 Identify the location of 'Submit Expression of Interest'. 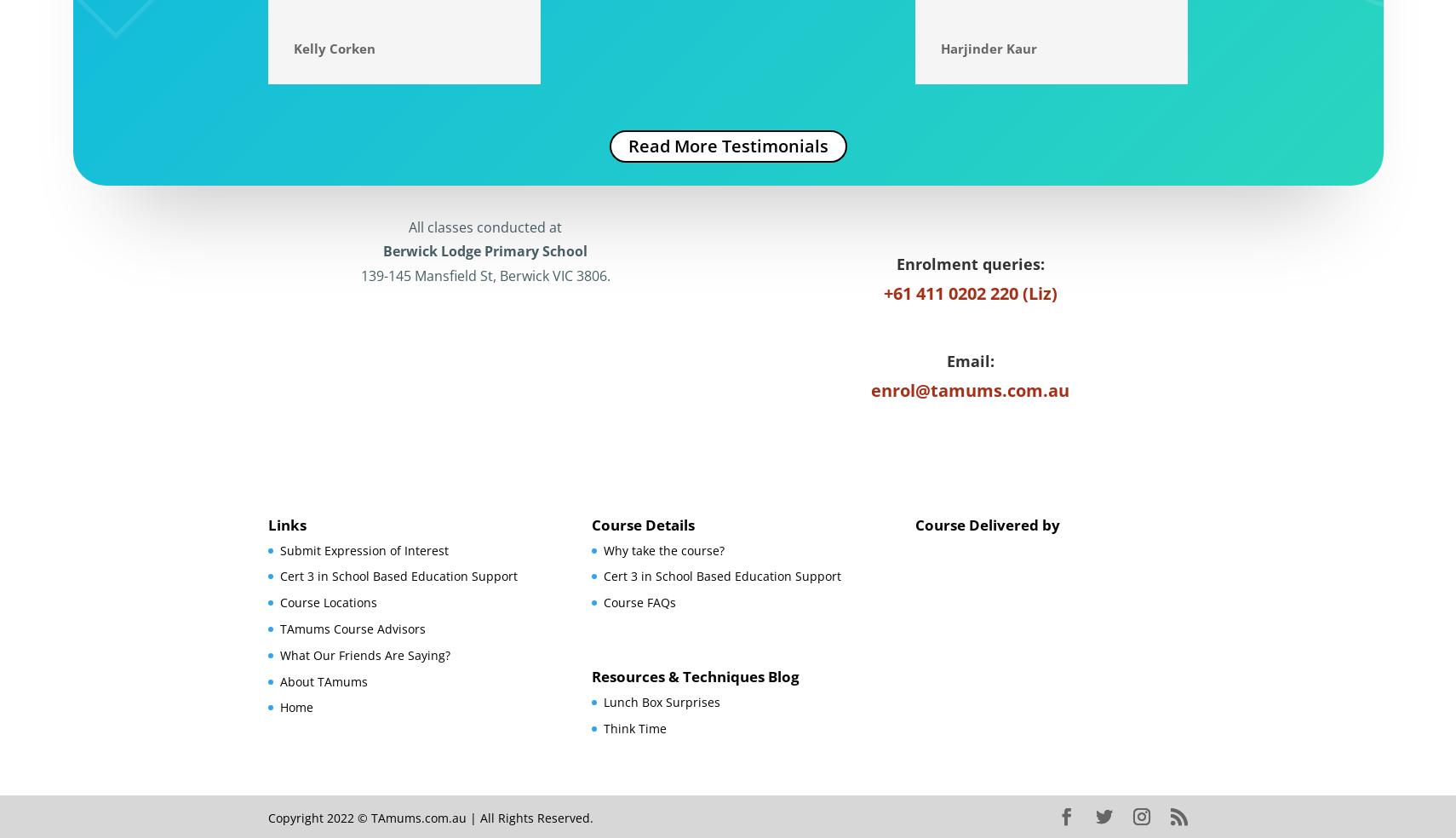
(364, 549).